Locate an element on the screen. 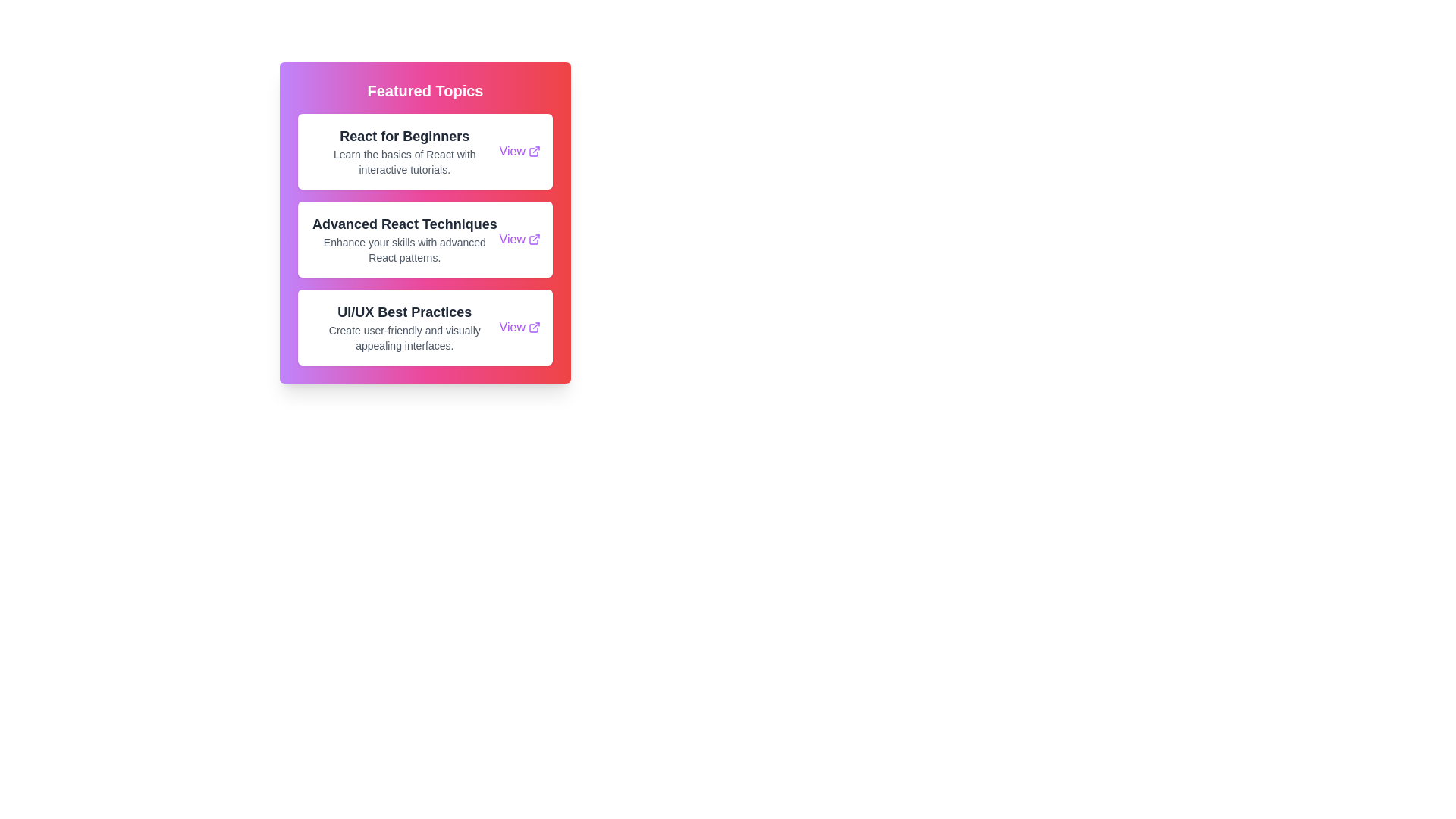  the informational component that provides details about 'UI/UX Best Practices,' which is the third item in a vertical list of boxes is located at coordinates (404, 327).